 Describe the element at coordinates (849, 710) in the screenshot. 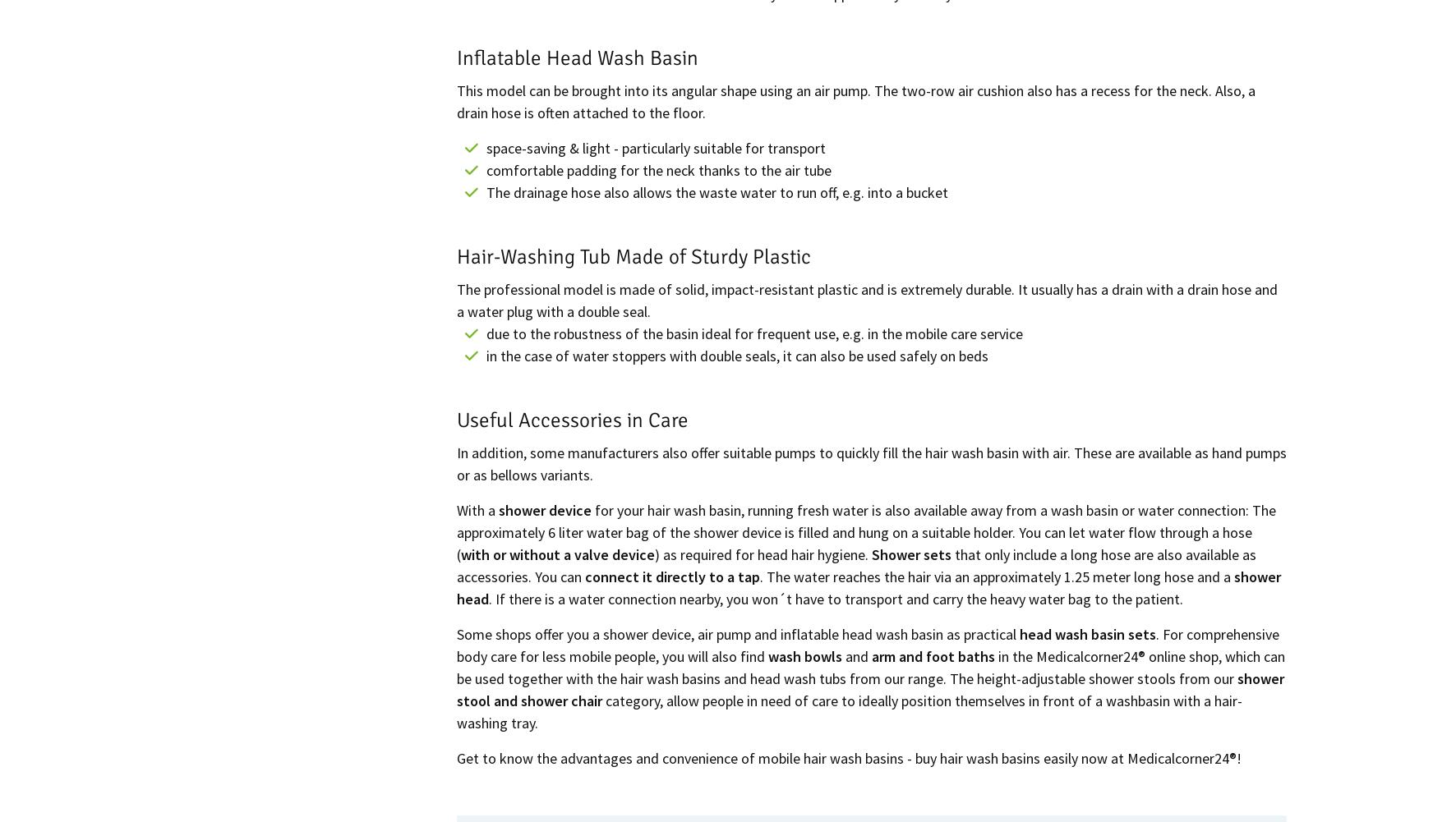

I see `'category, allow people in need of care to ideally position themselves in front of a washbasin with a hair-washing tray.'` at that location.